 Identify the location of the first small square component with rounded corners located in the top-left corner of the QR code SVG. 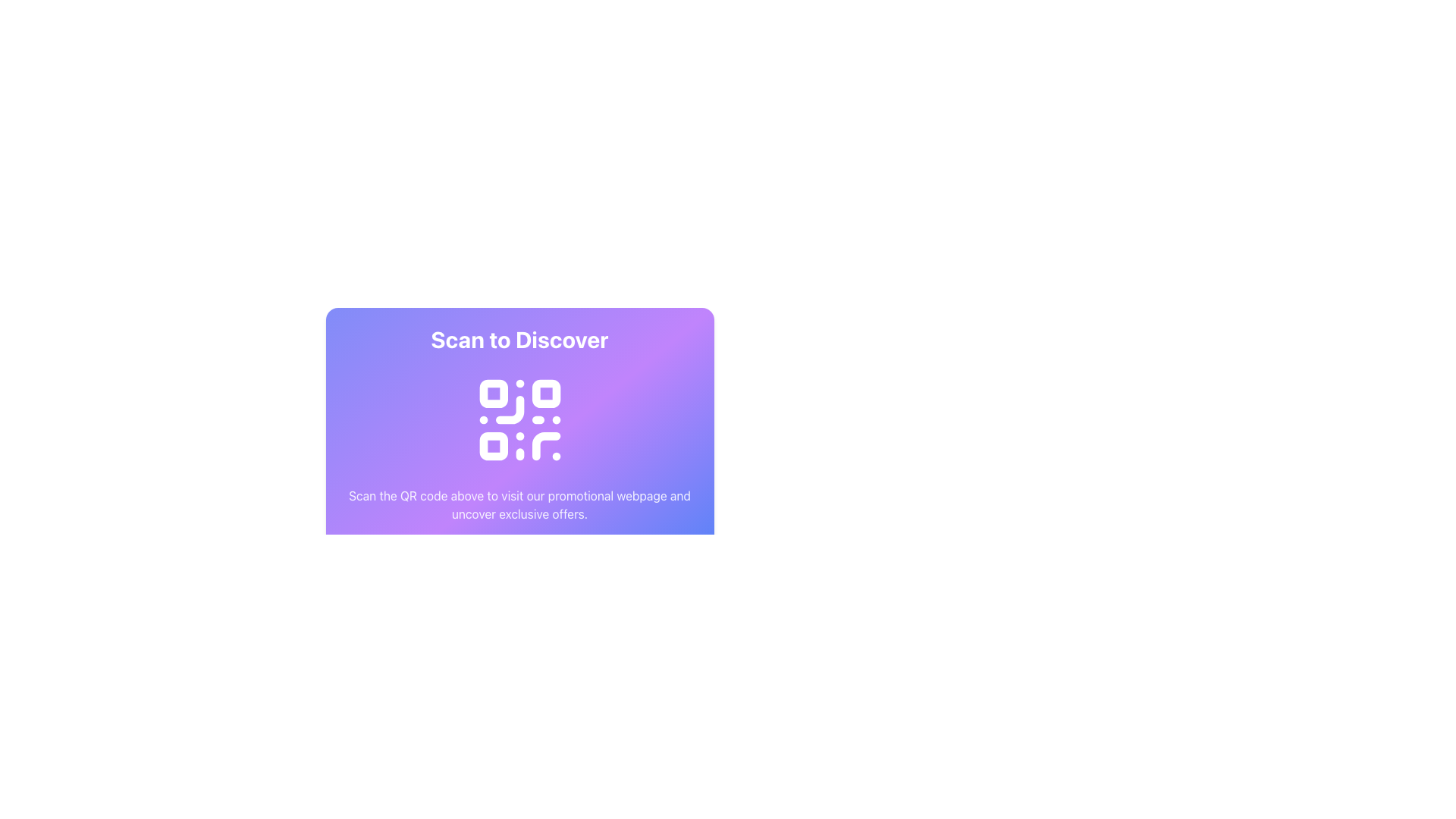
(493, 393).